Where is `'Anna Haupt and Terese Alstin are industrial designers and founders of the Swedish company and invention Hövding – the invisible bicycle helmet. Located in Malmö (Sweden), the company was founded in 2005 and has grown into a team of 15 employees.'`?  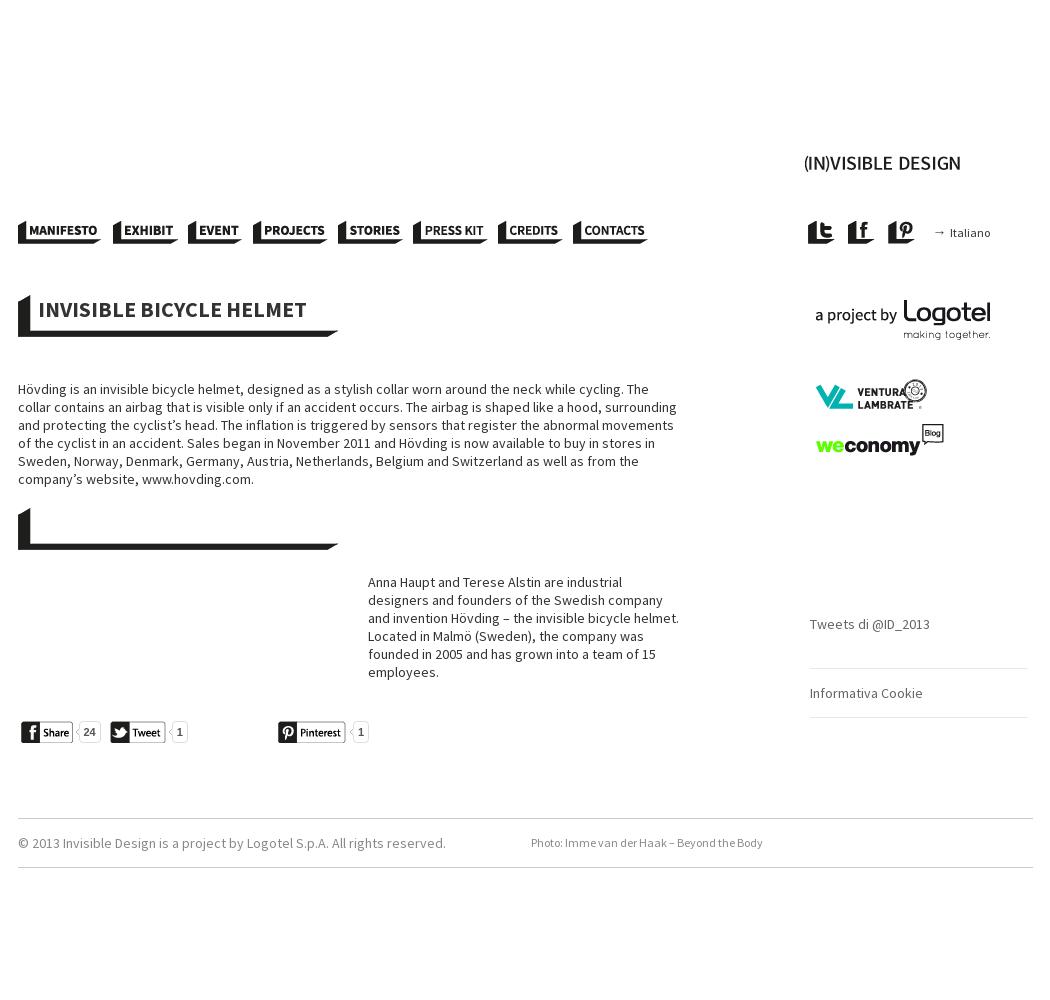 'Anna Haupt and Terese Alstin are industrial designers and founders of the Swedish company and invention Hövding – the invisible bicycle helmet. Located in Malmö (Sweden), the company was founded in 2005 and has grown into a team of 15 employees.' is located at coordinates (521, 627).